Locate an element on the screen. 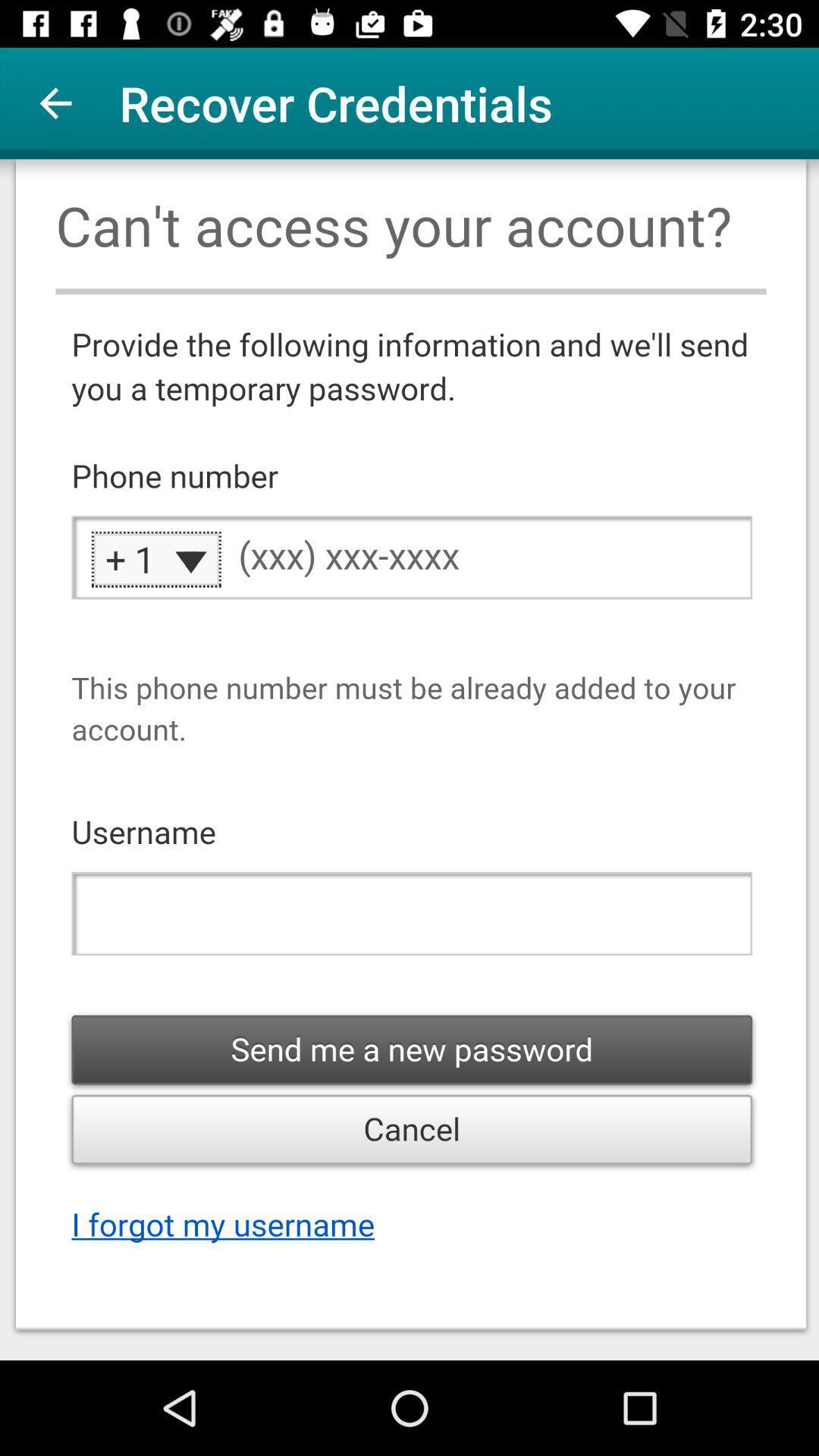 Image resolution: width=819 pixels, height=1456 pixels. access your account is located at coordinates (409, 760).